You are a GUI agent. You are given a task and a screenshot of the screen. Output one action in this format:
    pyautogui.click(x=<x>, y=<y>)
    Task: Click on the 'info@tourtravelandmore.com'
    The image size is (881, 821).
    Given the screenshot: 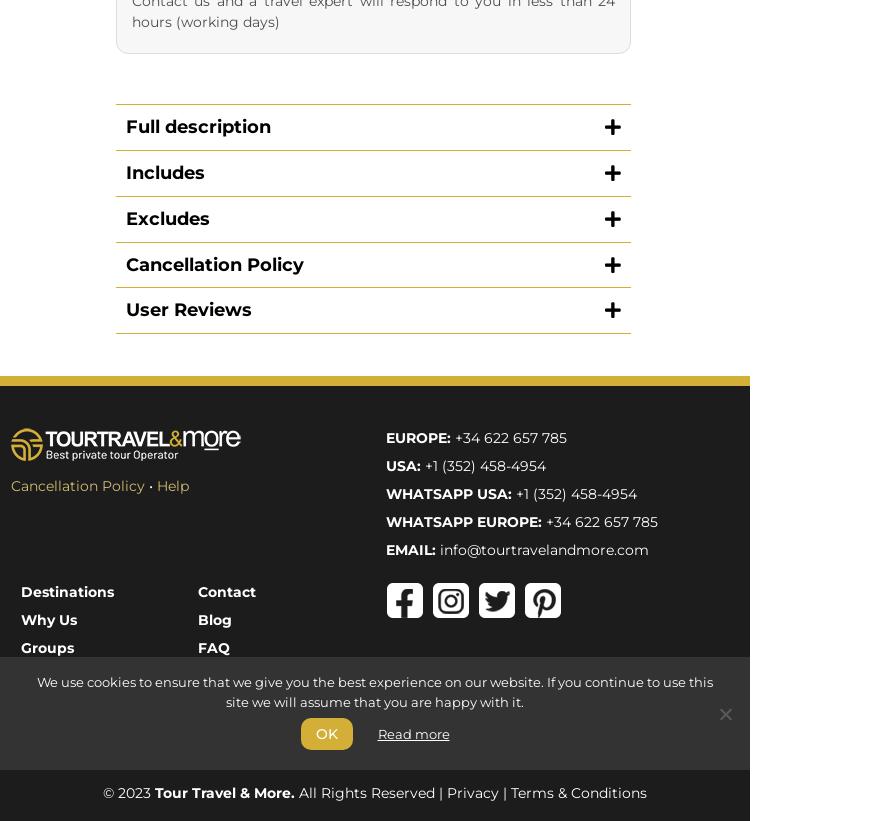 What is the action you would take?
    pyautogui.click(x=438, y=138)
    